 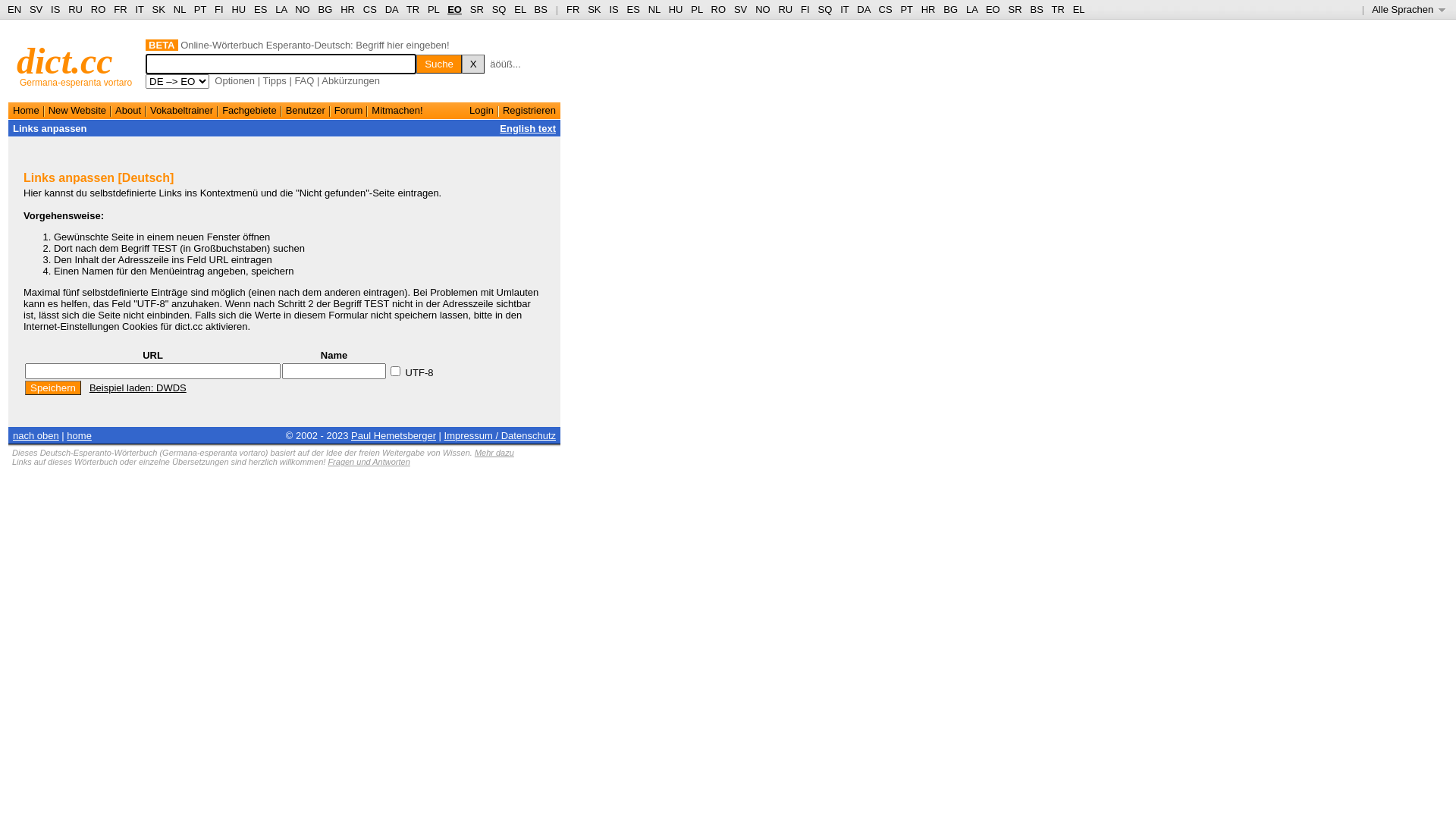 What do you see at coordinates (14, 9) in the screenshot?
I see `'EN'` at bounding box center [14, 9].